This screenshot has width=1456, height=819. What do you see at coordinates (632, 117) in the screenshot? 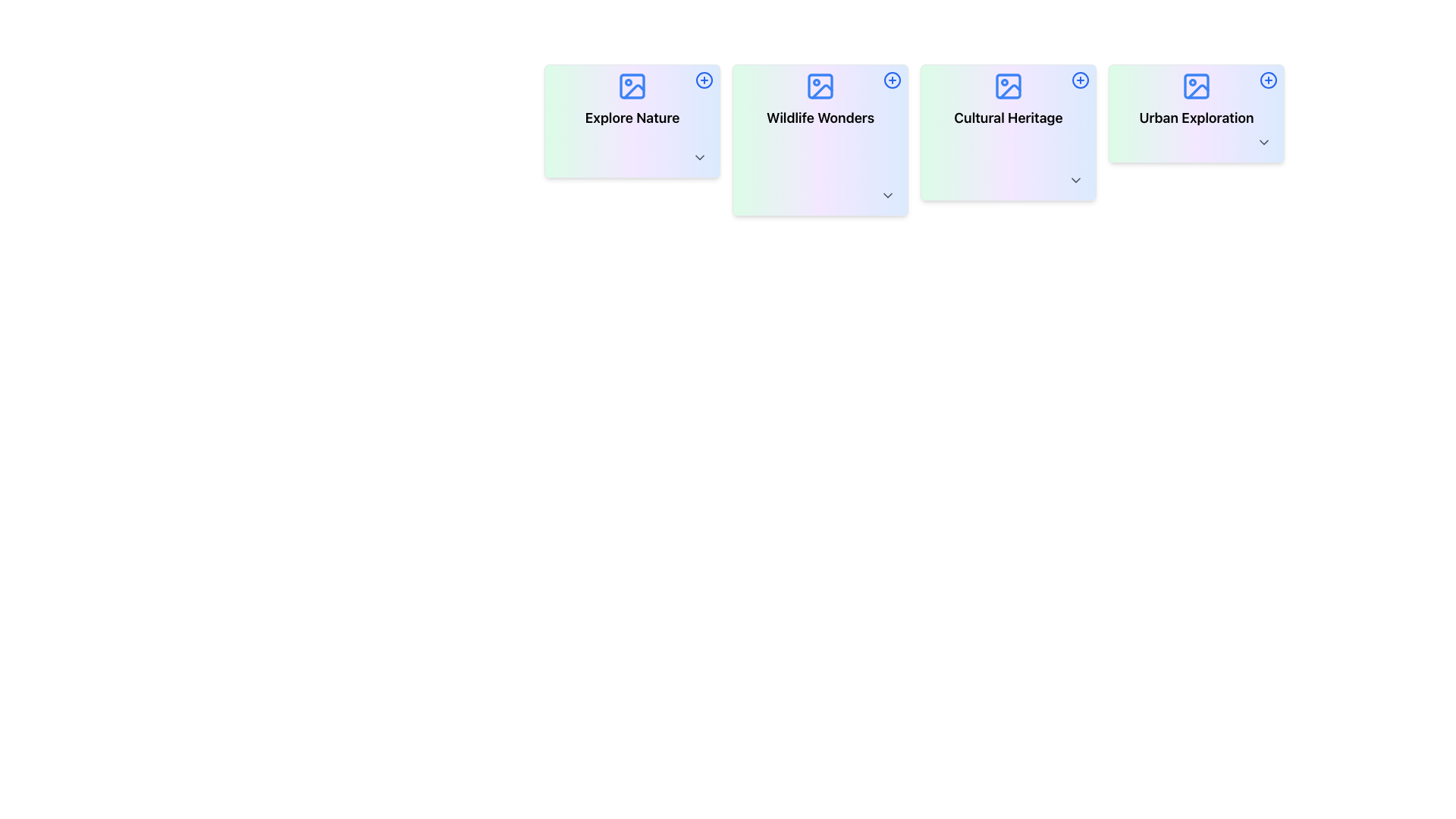
I see `the Text Label located at the bottom-middle of the first card, which indicates the title or category name of the card, positioned below an image-like icon` at bounding box center [632, 117].